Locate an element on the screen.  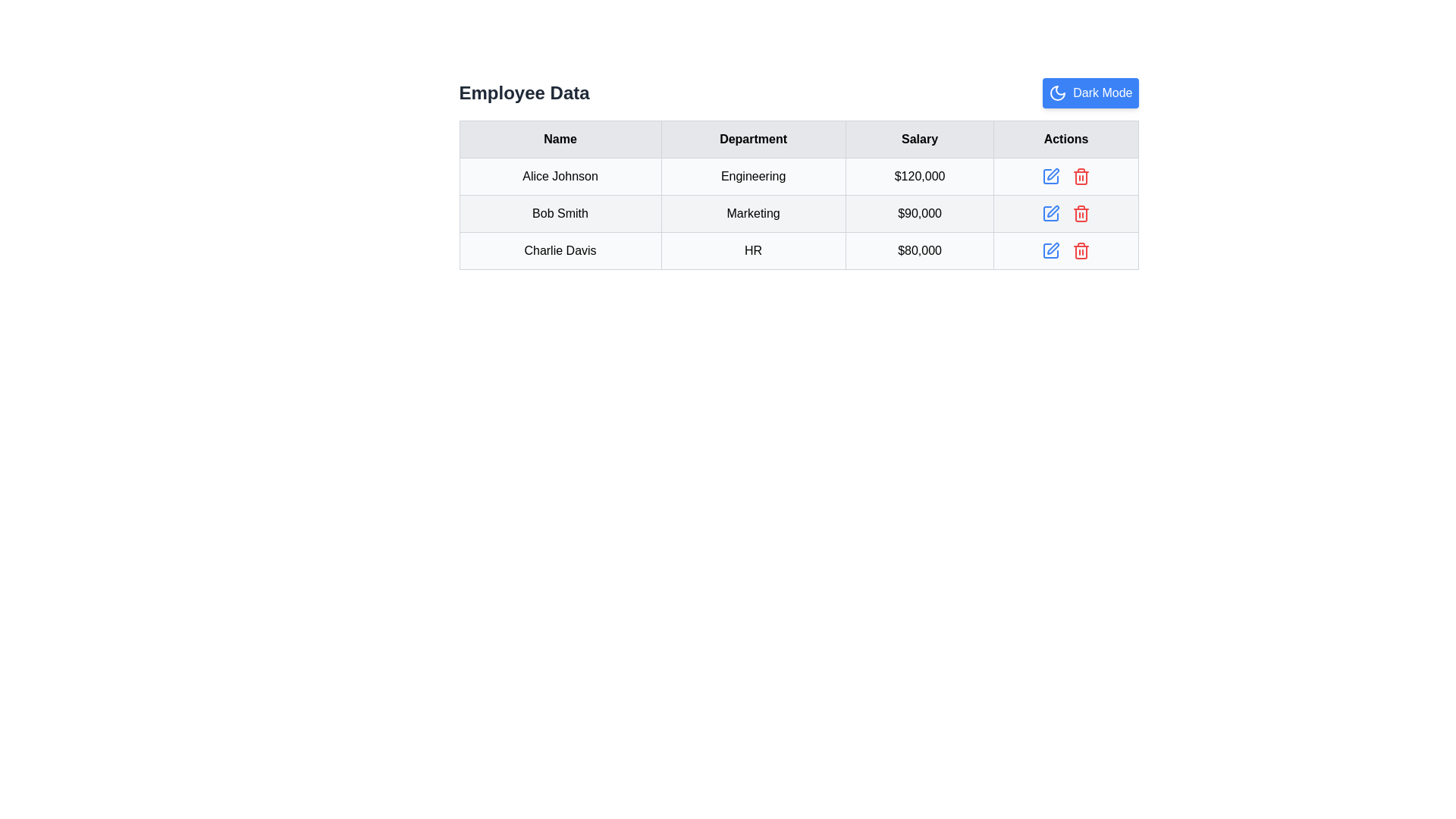
the second row of the employee records table is located at coordinates (798, 213).